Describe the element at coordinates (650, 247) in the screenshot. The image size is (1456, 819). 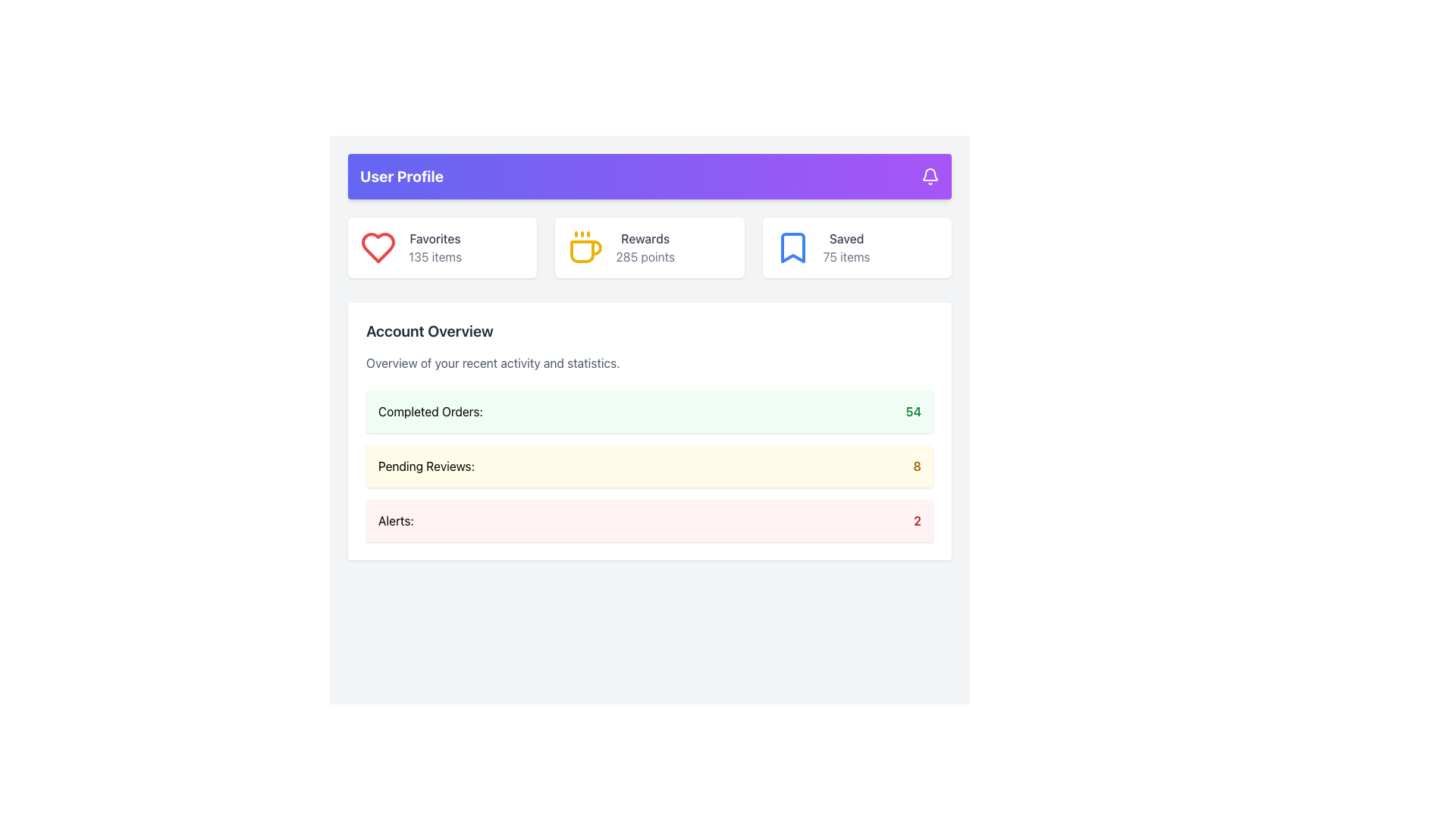
I see `an icon within the grouped information display component that shows user-specific metrics, located below the 'User Profile' header and above the 'Account Overview' section` at that location.